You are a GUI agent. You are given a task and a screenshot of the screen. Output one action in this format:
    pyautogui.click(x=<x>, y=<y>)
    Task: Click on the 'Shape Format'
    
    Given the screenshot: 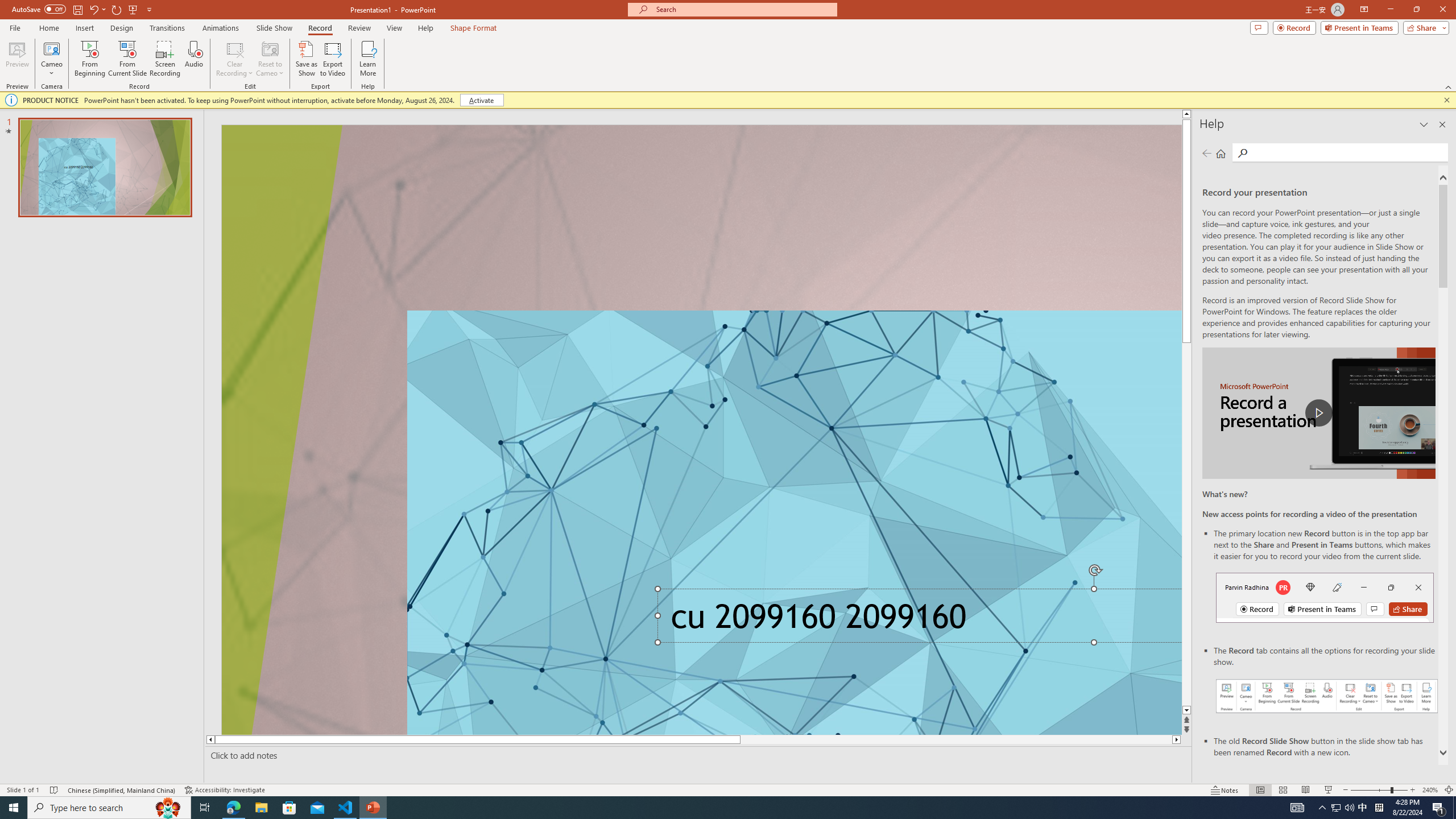 What is the action you would take?
    pyautogui.click(x=473, y=28)
    